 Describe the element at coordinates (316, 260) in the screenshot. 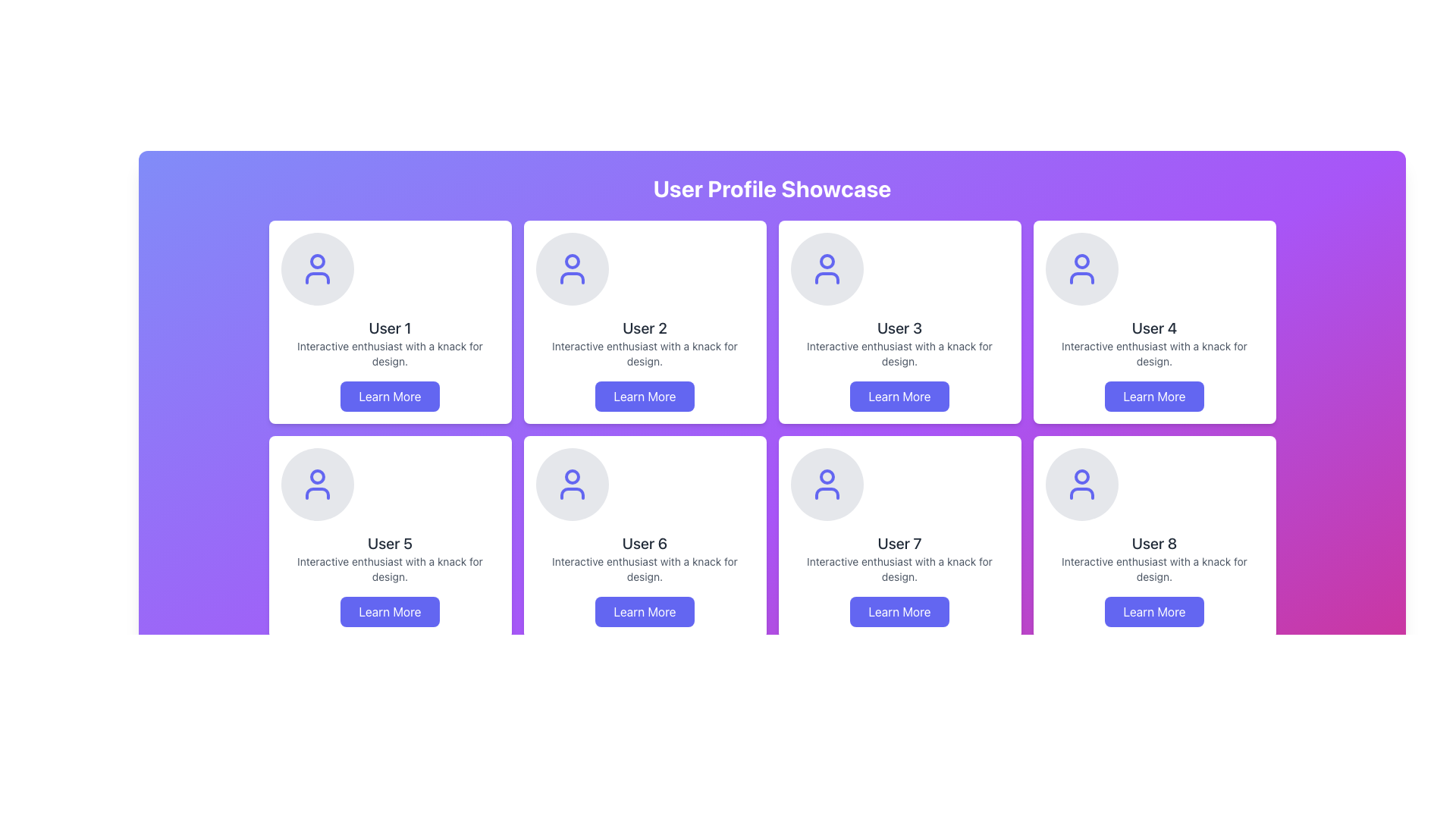

I see `the circular graphical detail within the user icon of the 'User 1' profile card located at the top-left corner of the user showcase interface` at that location.